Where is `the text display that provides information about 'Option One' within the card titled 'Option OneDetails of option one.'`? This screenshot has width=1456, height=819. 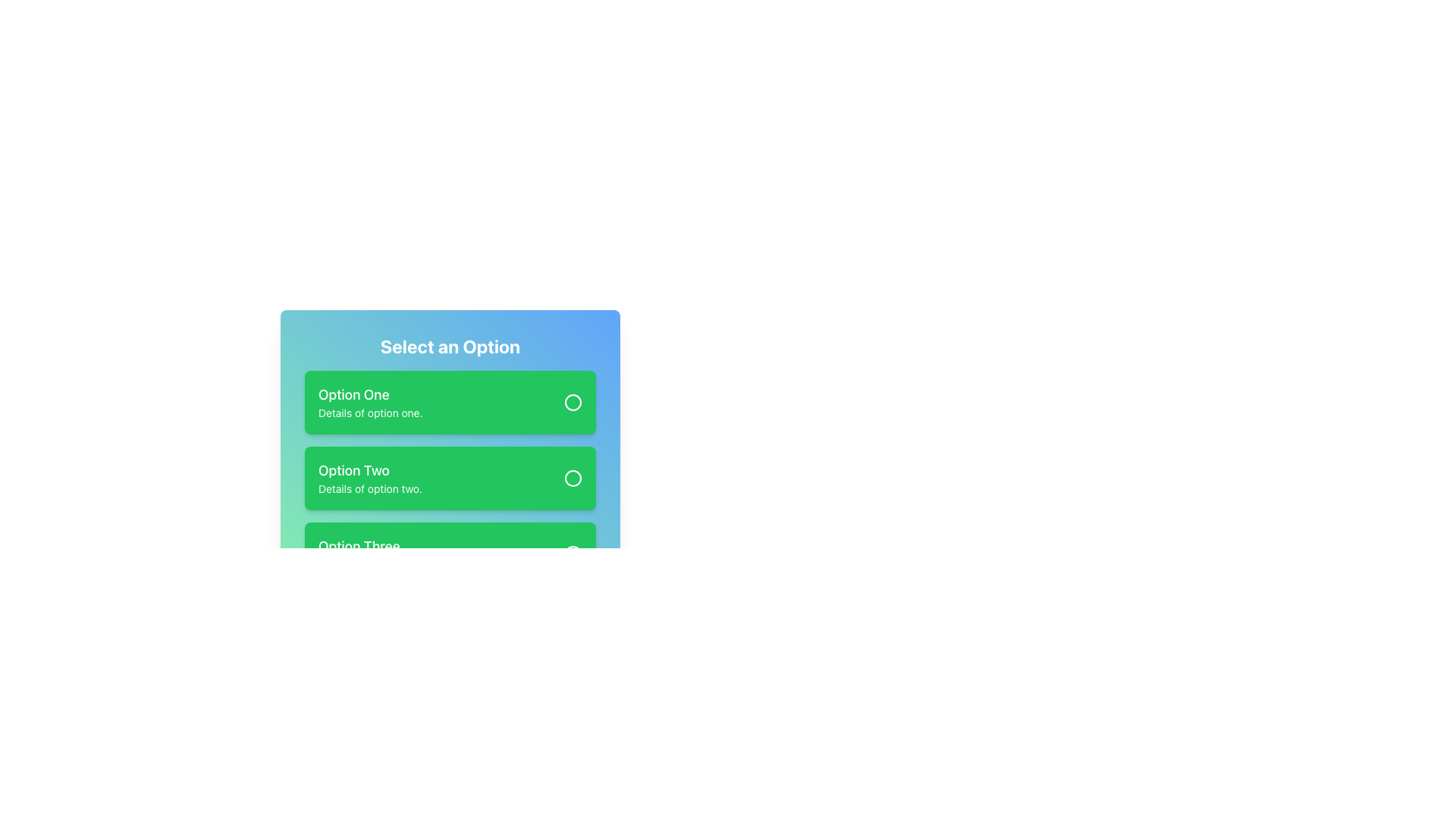 the text display that provides information about 'Option One' within the card titled 'Option OneDetails of option one.' is located at coordinates (370, 402).